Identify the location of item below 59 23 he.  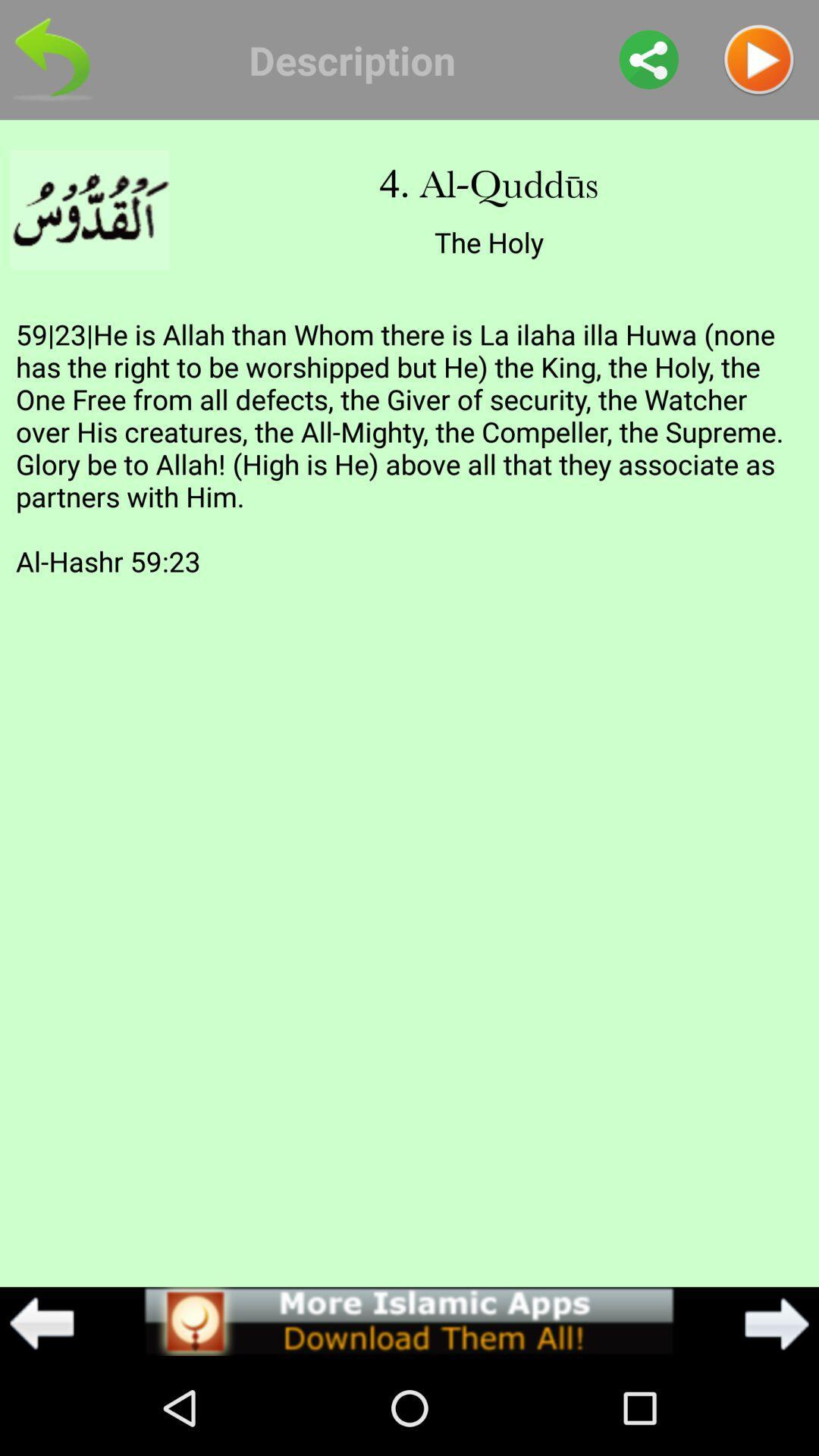
(777, 1323).